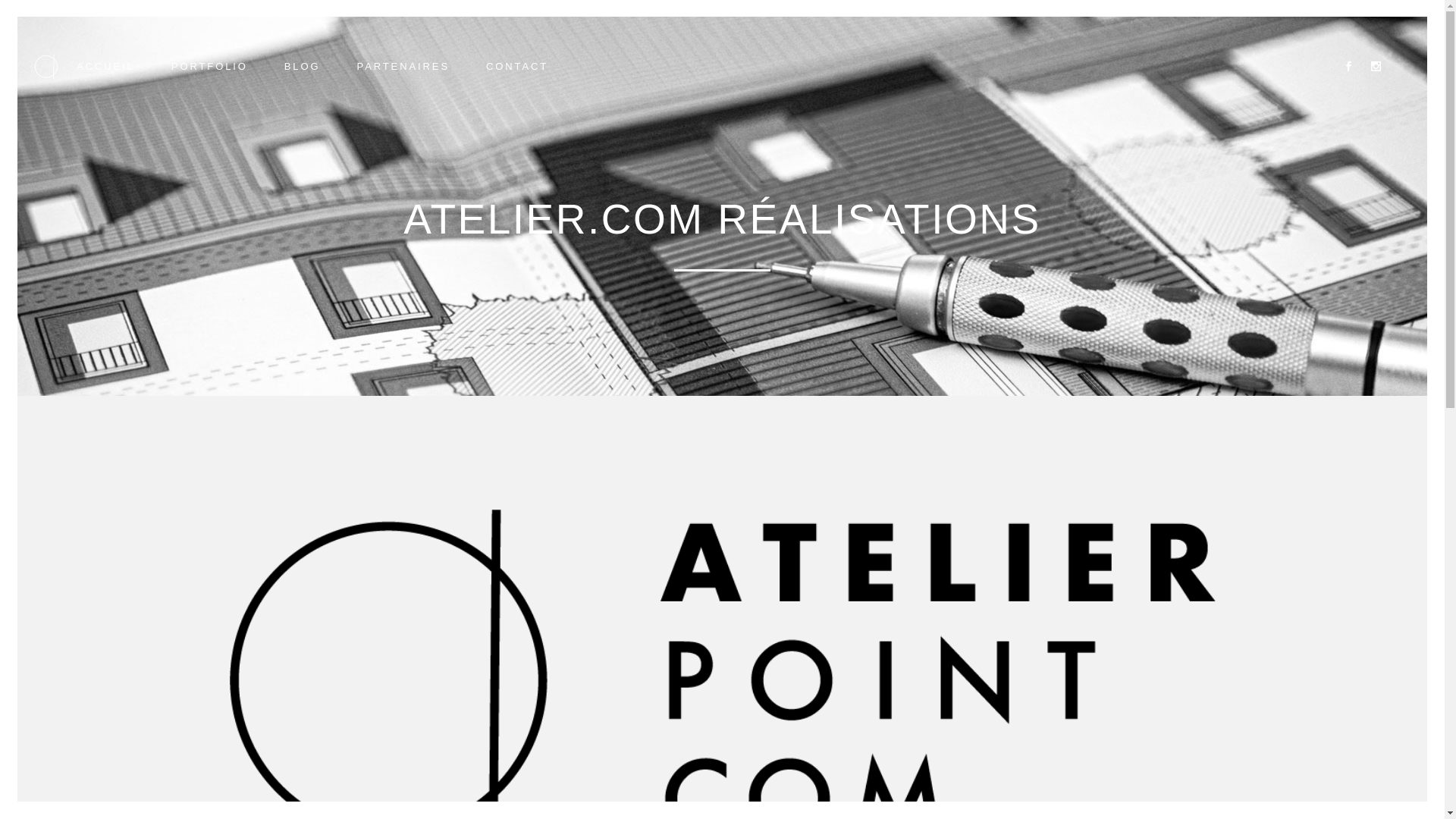 This screenshot has height=819, width=1456. I want to click on 'ACCUEIL', so click(58, 66).